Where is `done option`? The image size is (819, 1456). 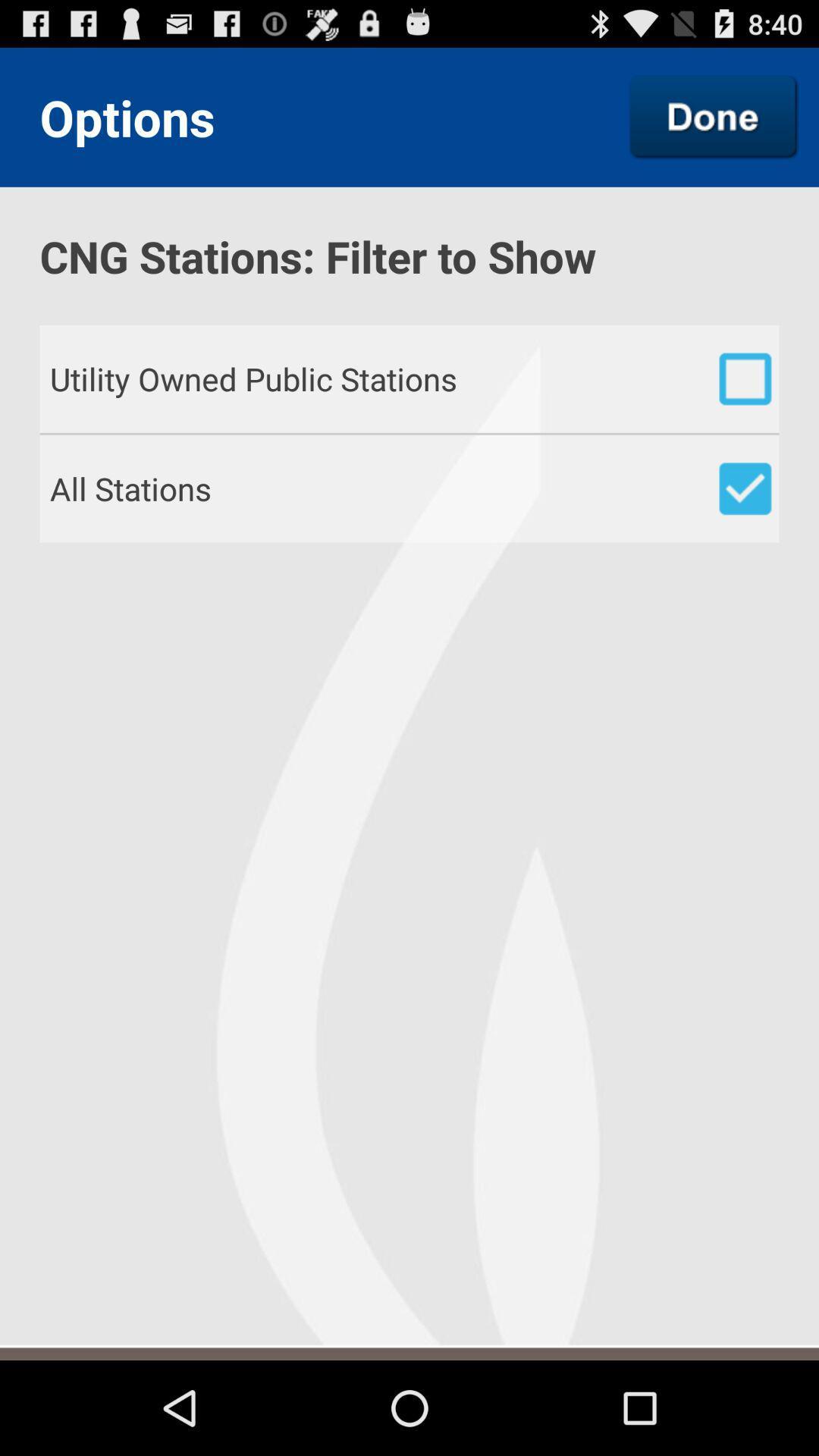
done option is located at coordinates (714, 116).